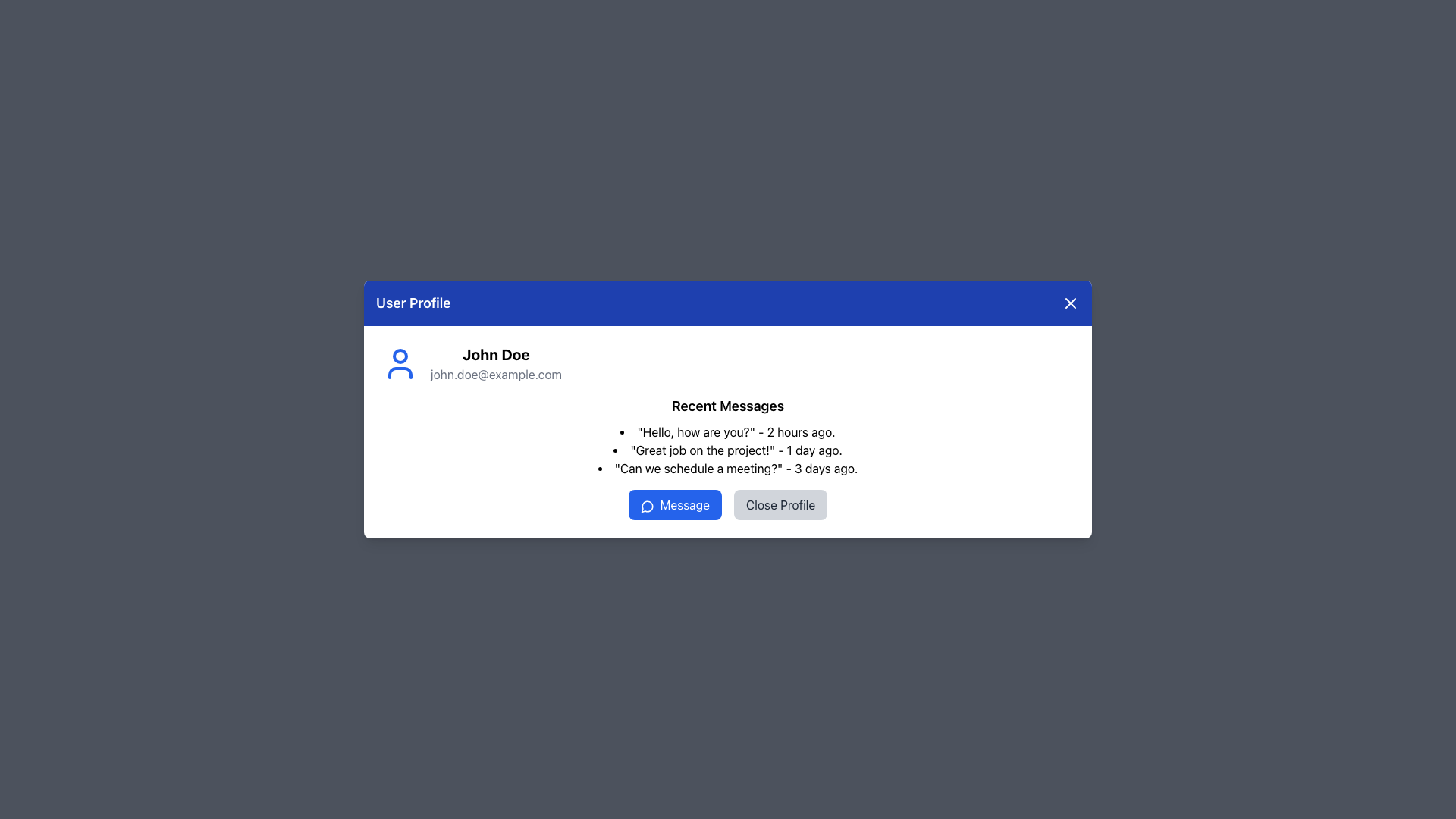 The image size is (1456, 819). I want to click on the bold, black text 'John Doe' in the top-left section of the user profile card, so click(496, 354).